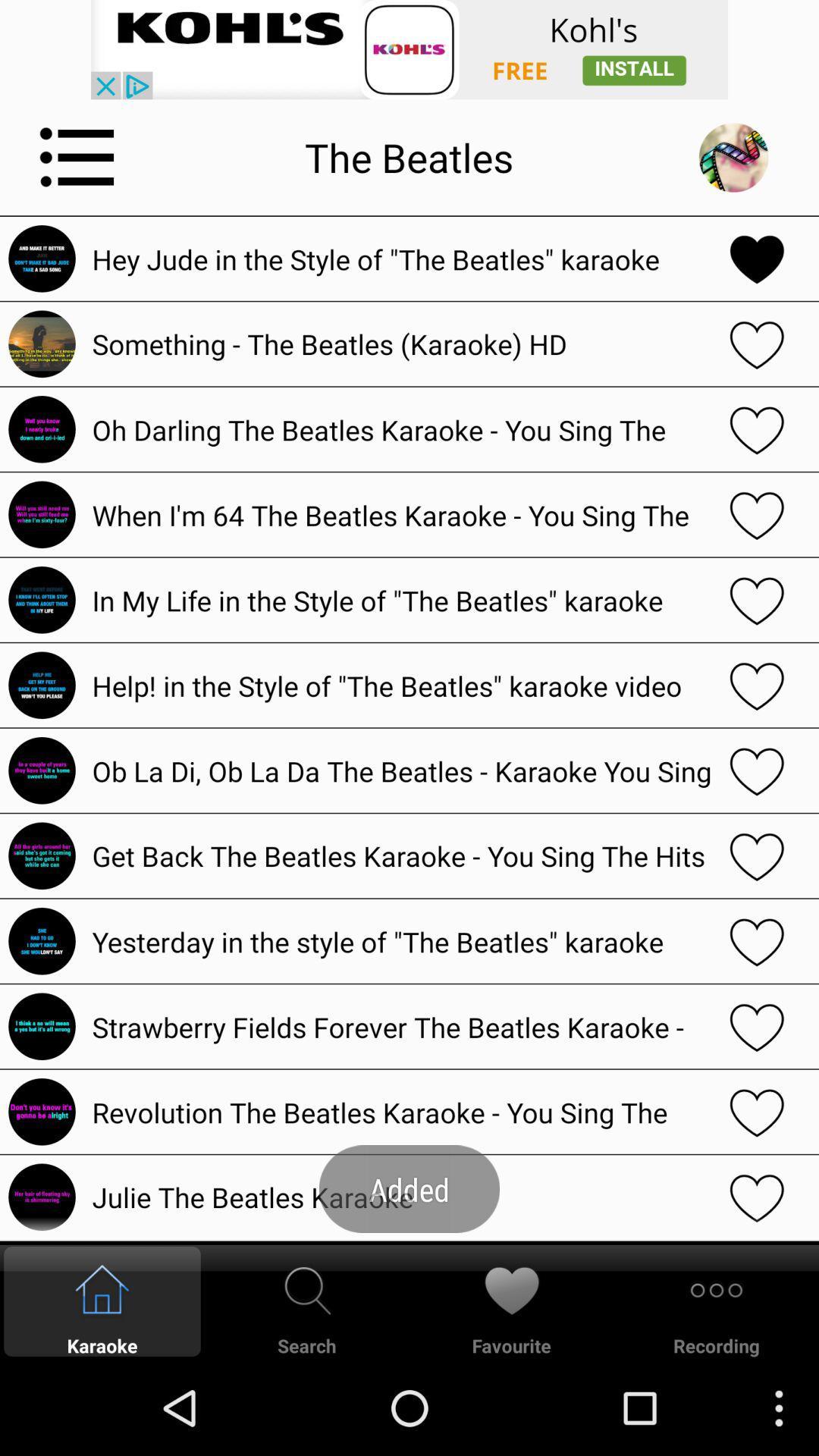 The height and width of the screenshot is (1456, 819). What do you see at coordinates (757, 940) in the screenshot?
I see `like the song` at bounding box center [757, 940].